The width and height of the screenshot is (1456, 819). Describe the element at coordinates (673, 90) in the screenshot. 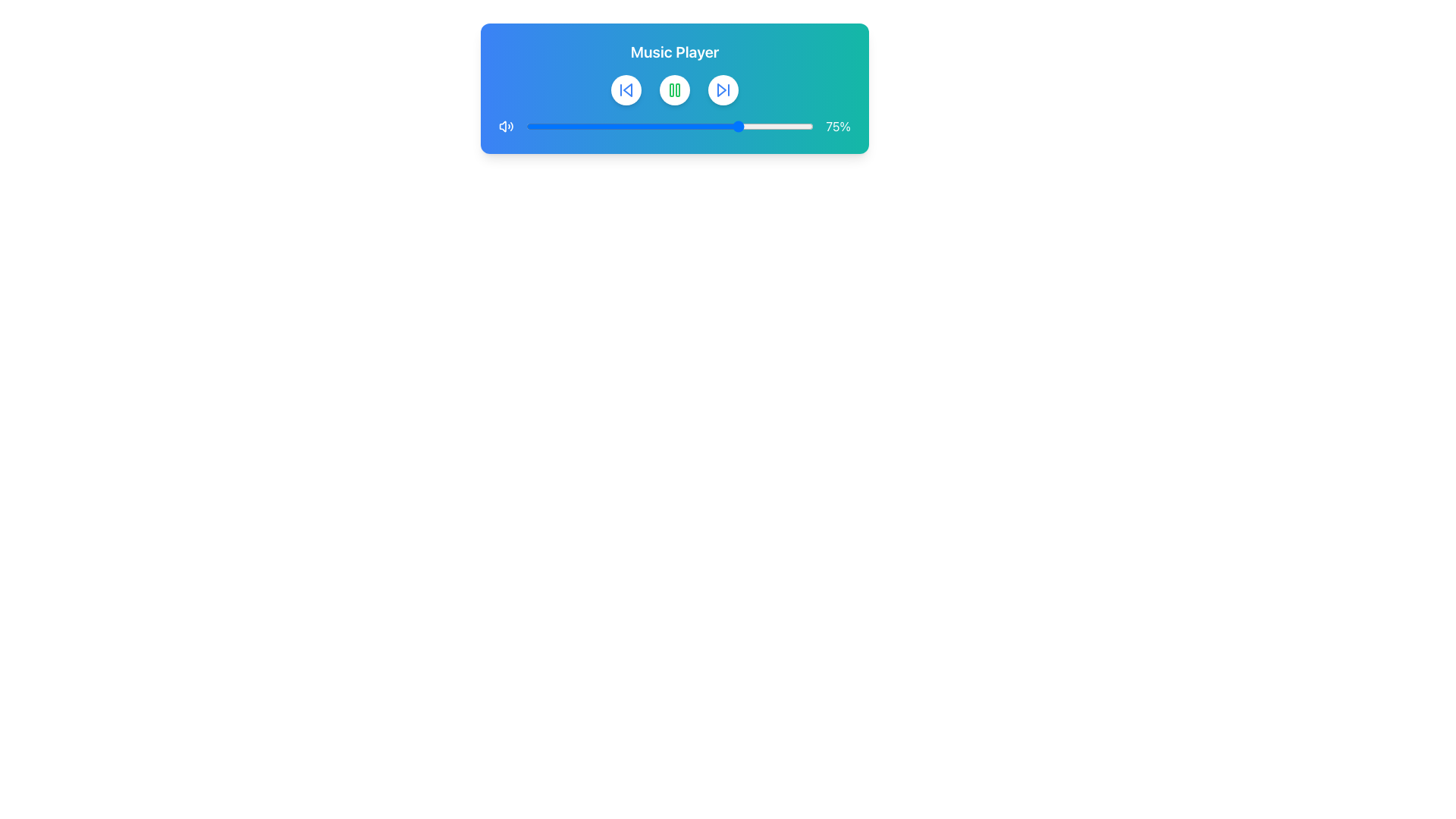

I see `the central pause button in the music player interface` at that location.